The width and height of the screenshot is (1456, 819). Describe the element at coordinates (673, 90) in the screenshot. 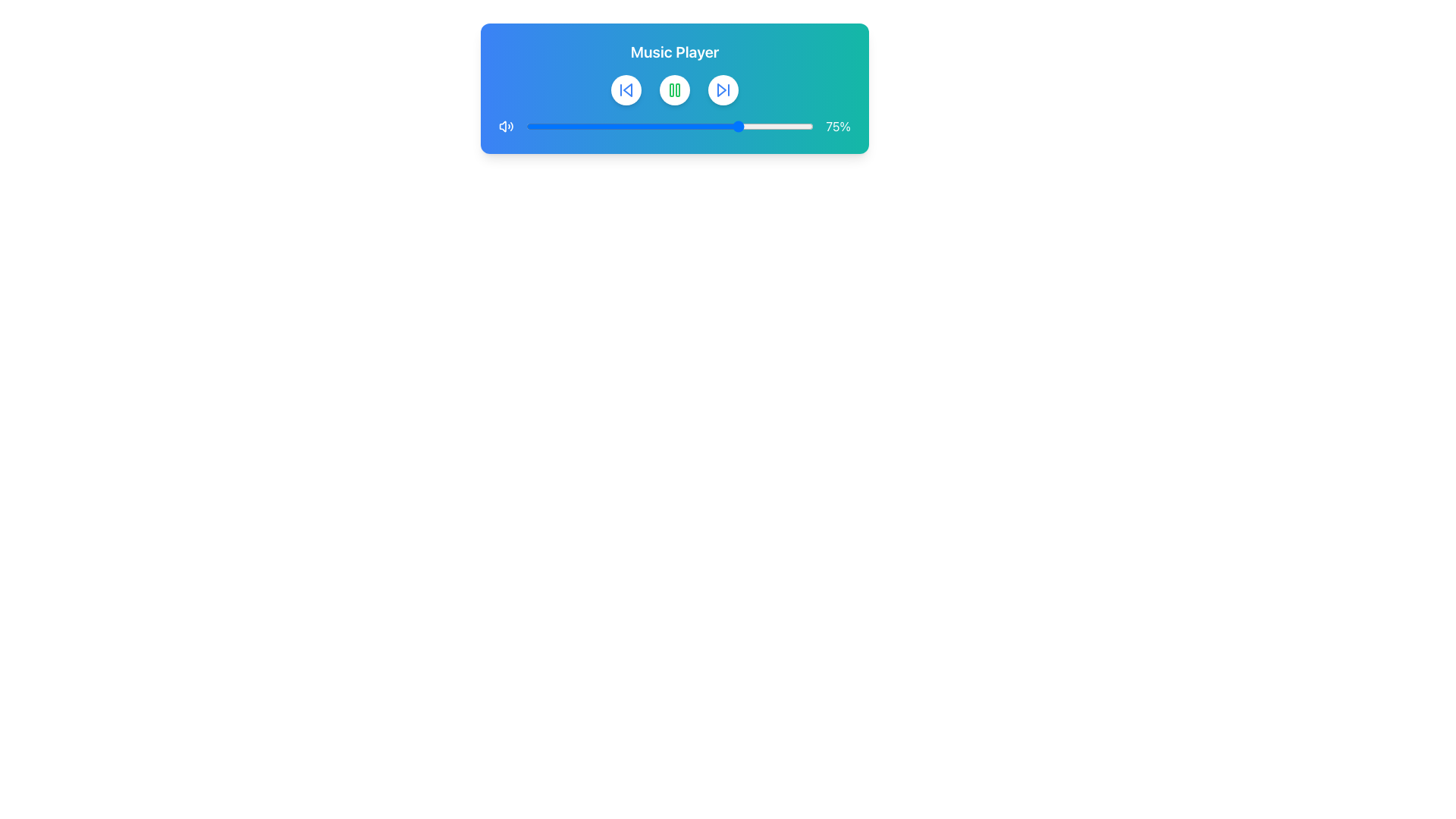

I see `the central pause button in the music player interface` at that location.